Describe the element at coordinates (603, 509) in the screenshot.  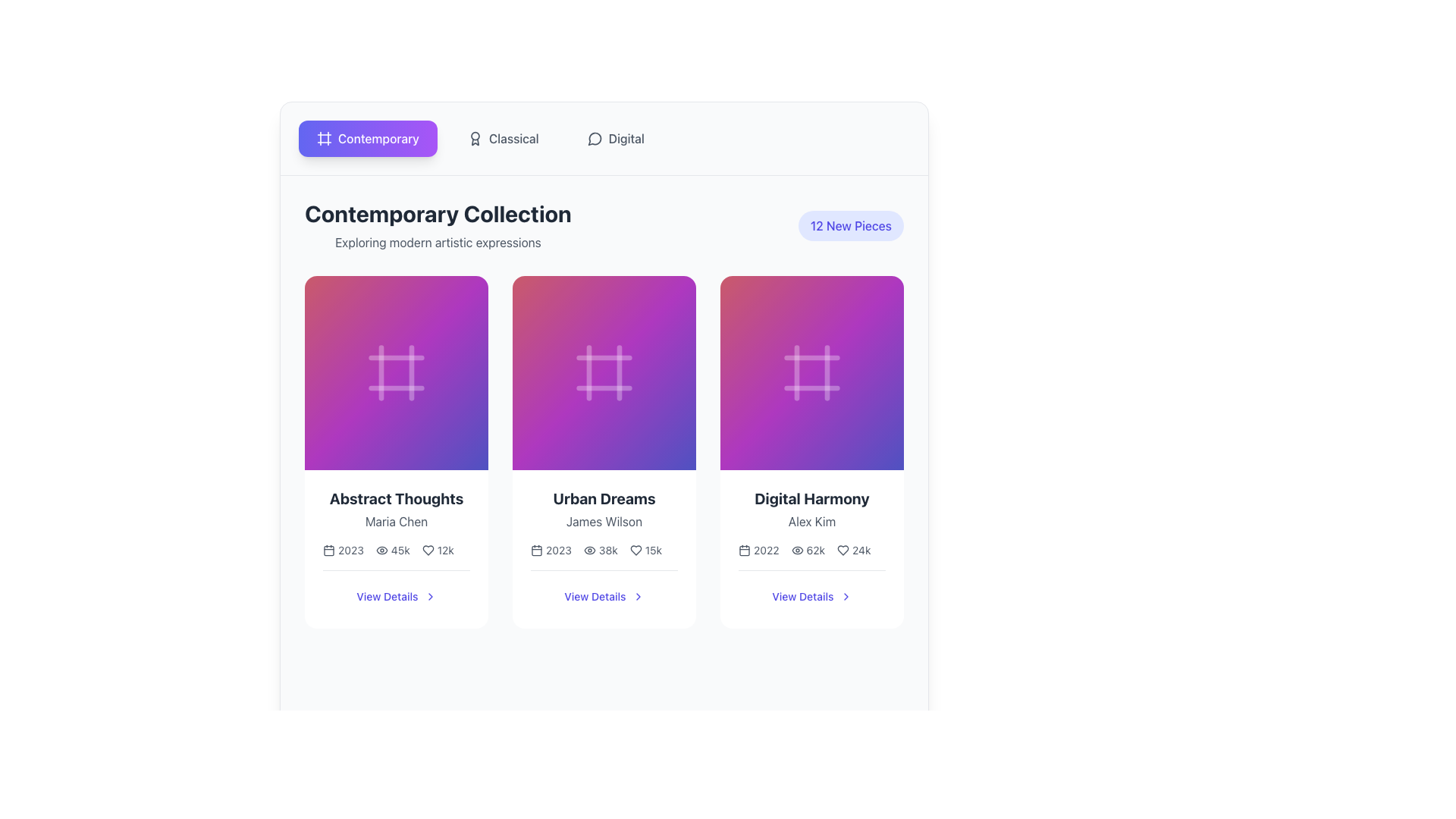
I see `text from the centered text block displaying 'Urban Dreams' and 'James Wilson' located in the middle card of the three-card layout` at that location.